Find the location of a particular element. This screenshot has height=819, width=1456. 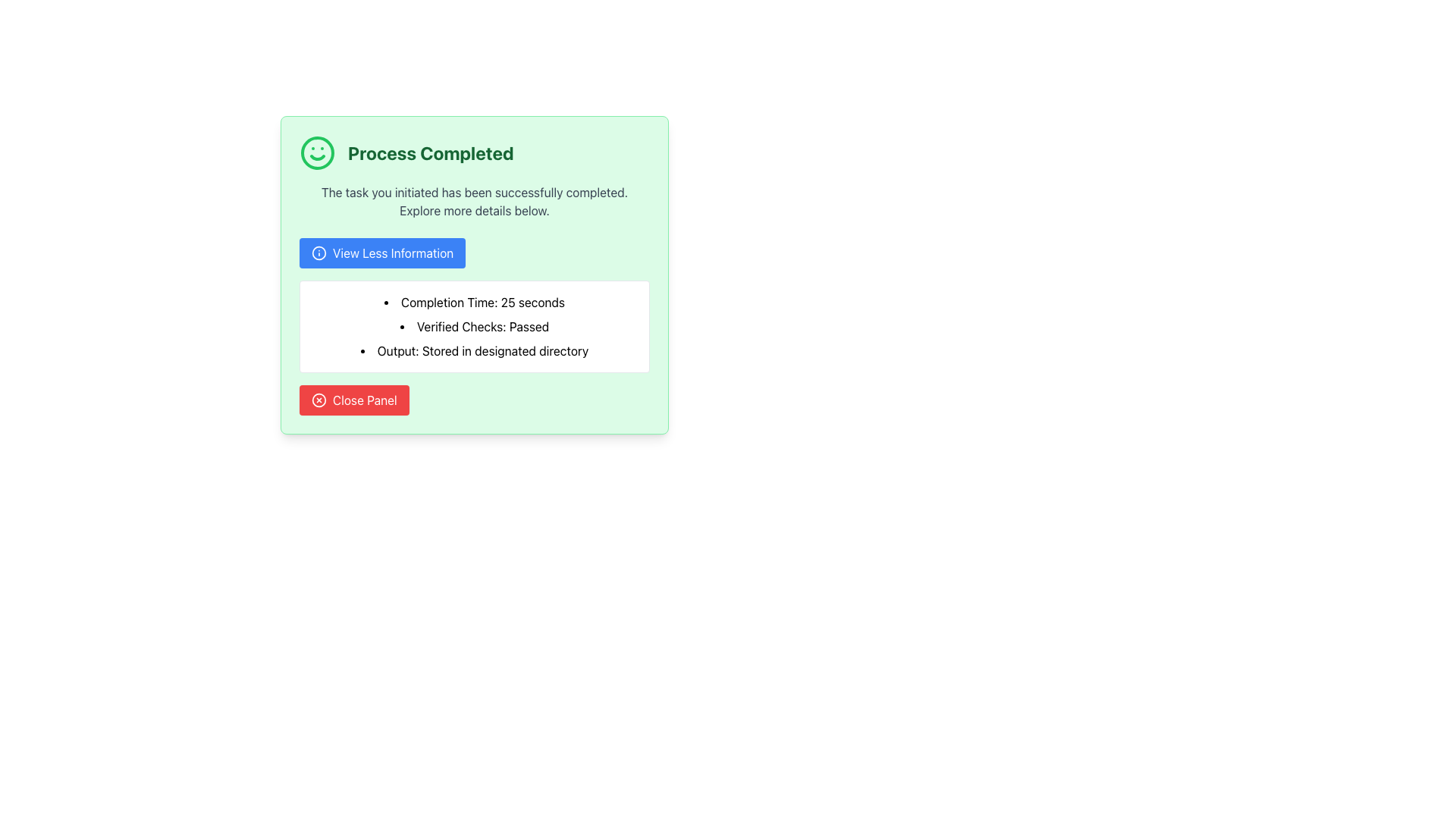

the close button located at the bottom of the light green panel is located at coordinates (353, 400).